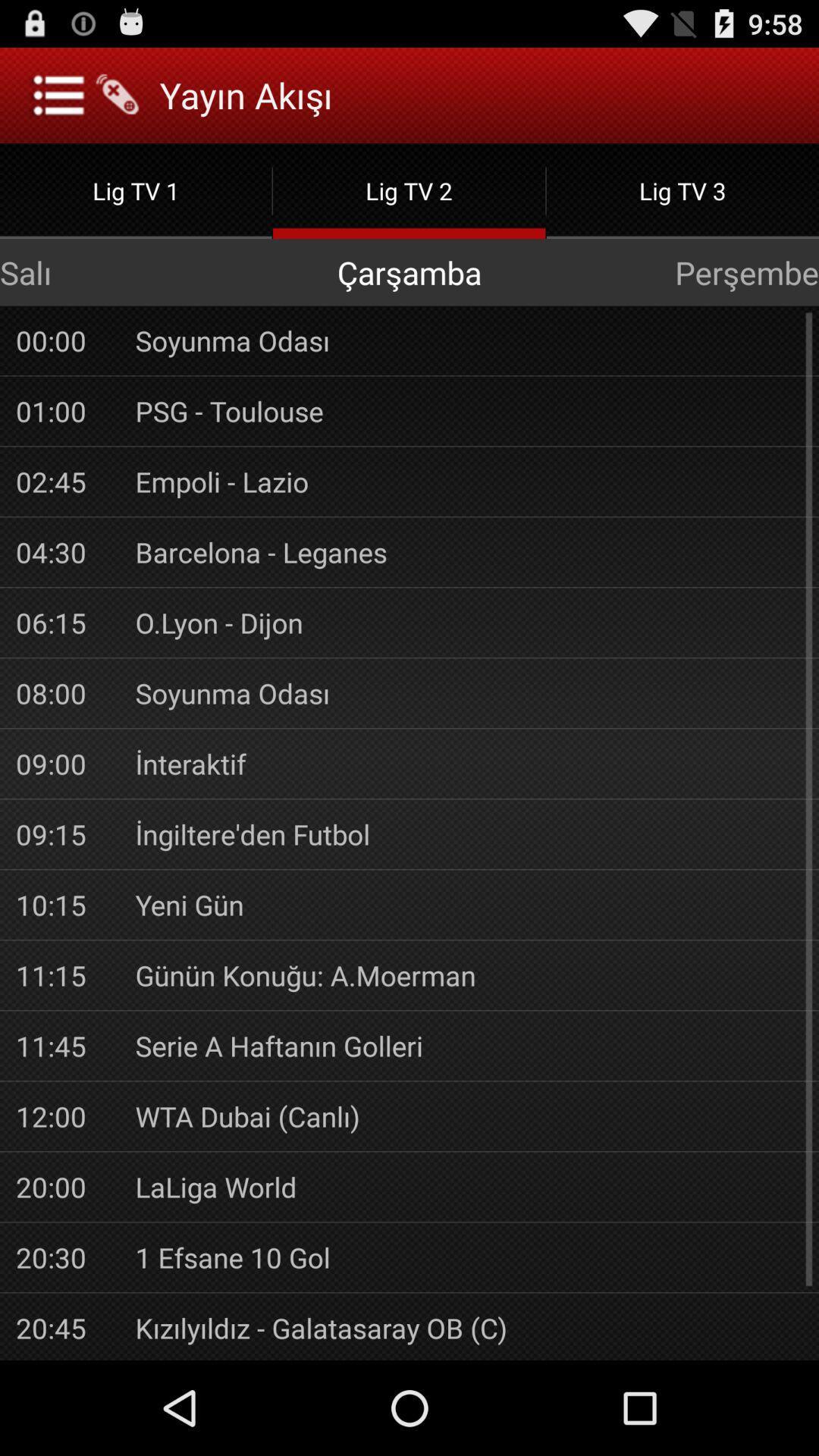  I want to click on the item below the empoli - lazio app, so click(468, 551).